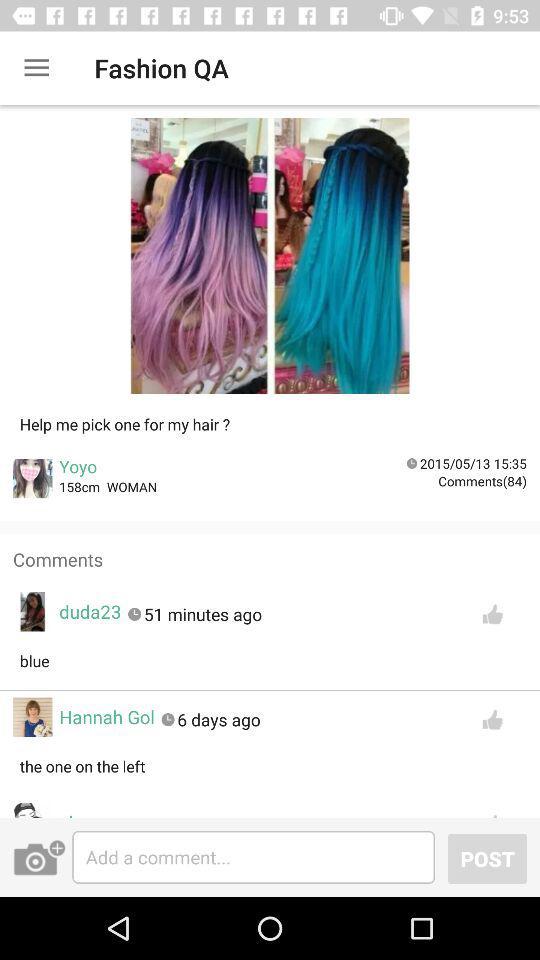 The image size is (540, 960). What do you see at coordinates (39, 856) in the screenshot?
I see `the photo icon` at bounding box center [39, 856].